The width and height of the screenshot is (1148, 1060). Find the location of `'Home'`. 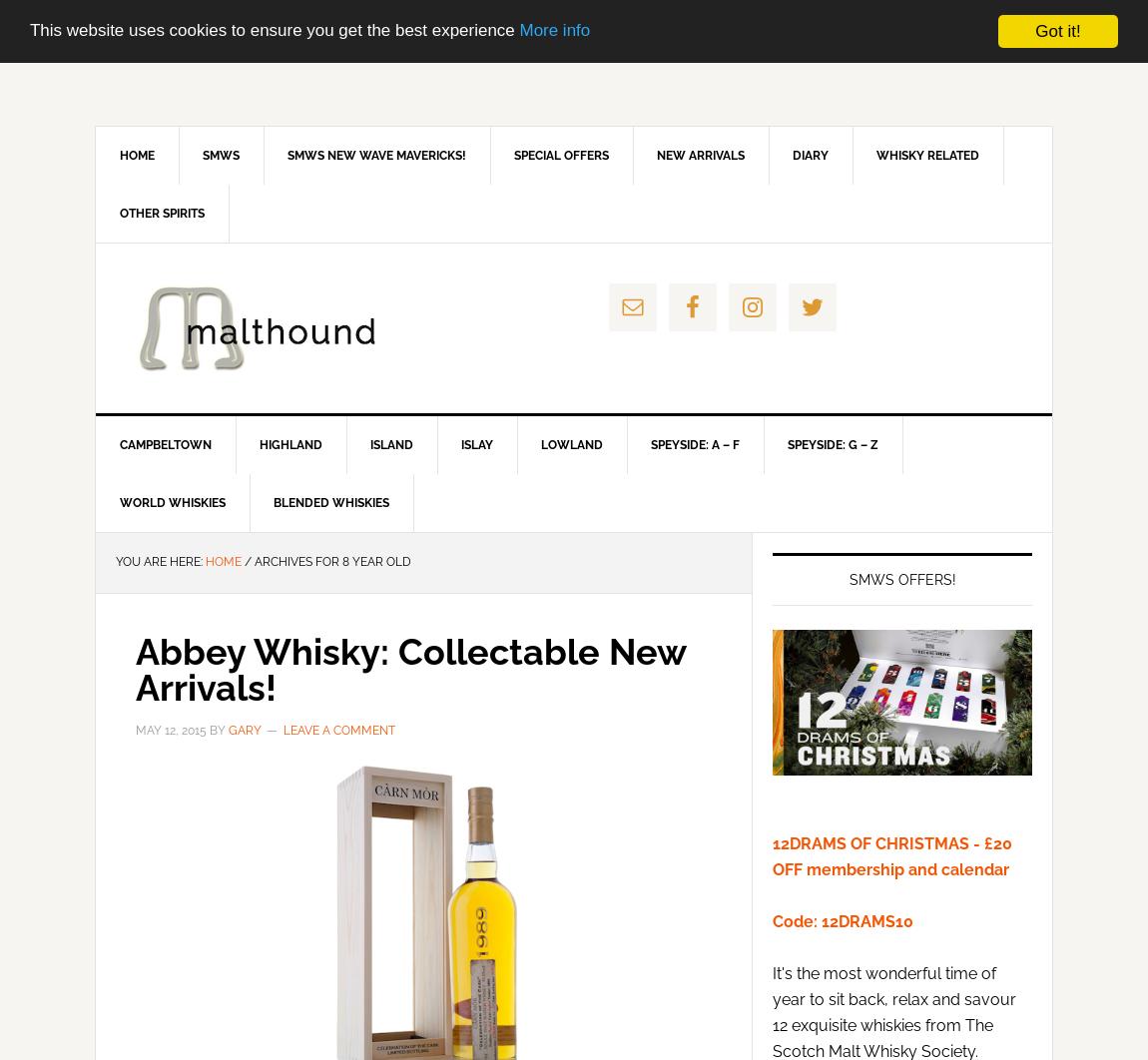

'Home' is located at coordinates (136, 156).